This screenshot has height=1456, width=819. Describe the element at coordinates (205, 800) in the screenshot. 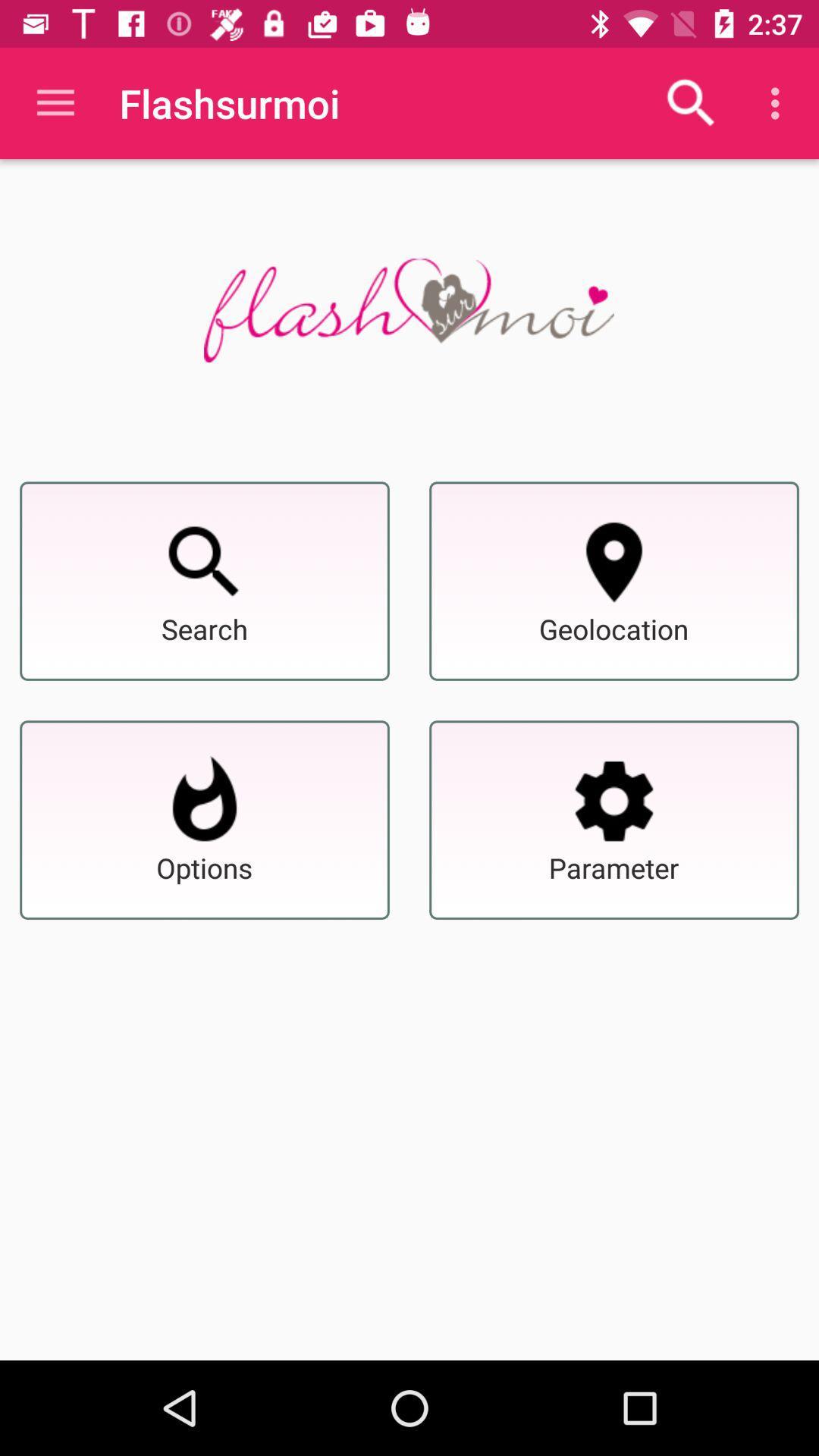

I see `options icon` at that location.